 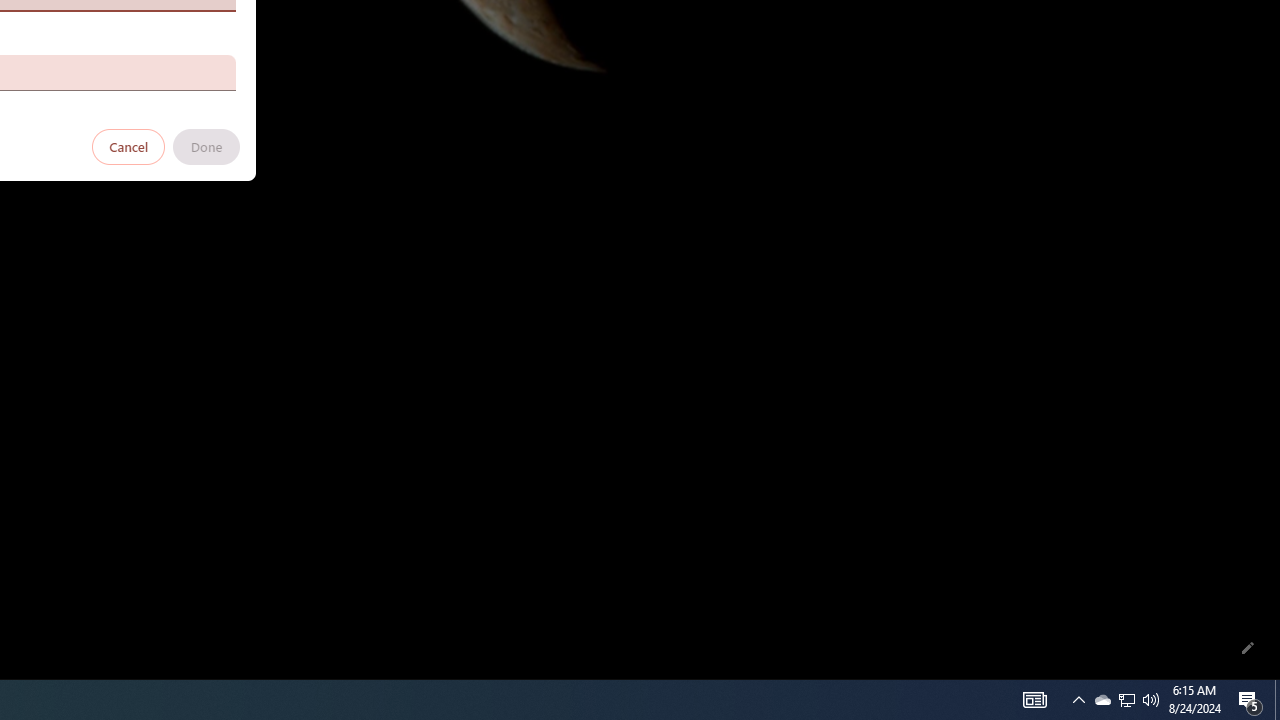 I want to click on 'Done', so click(x=206, y=145).